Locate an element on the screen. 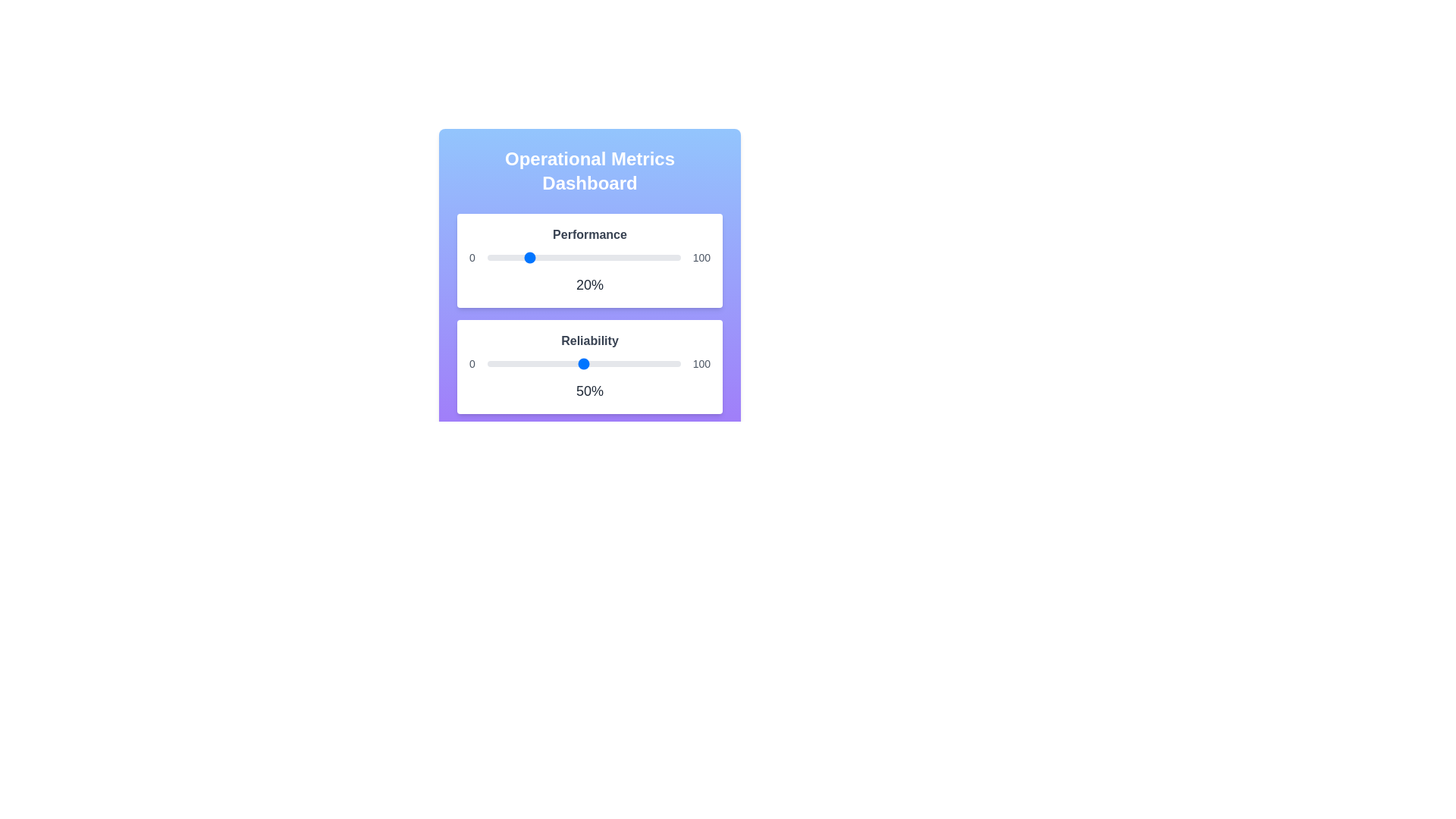 The width and height of the screenshot is (1456, 819). the static text label indicating the maximum value (100) for the 'Reliability' slider, which is located to the right of the slider control in the bottom section of the dashboard card is located at coordinates (701, 363).